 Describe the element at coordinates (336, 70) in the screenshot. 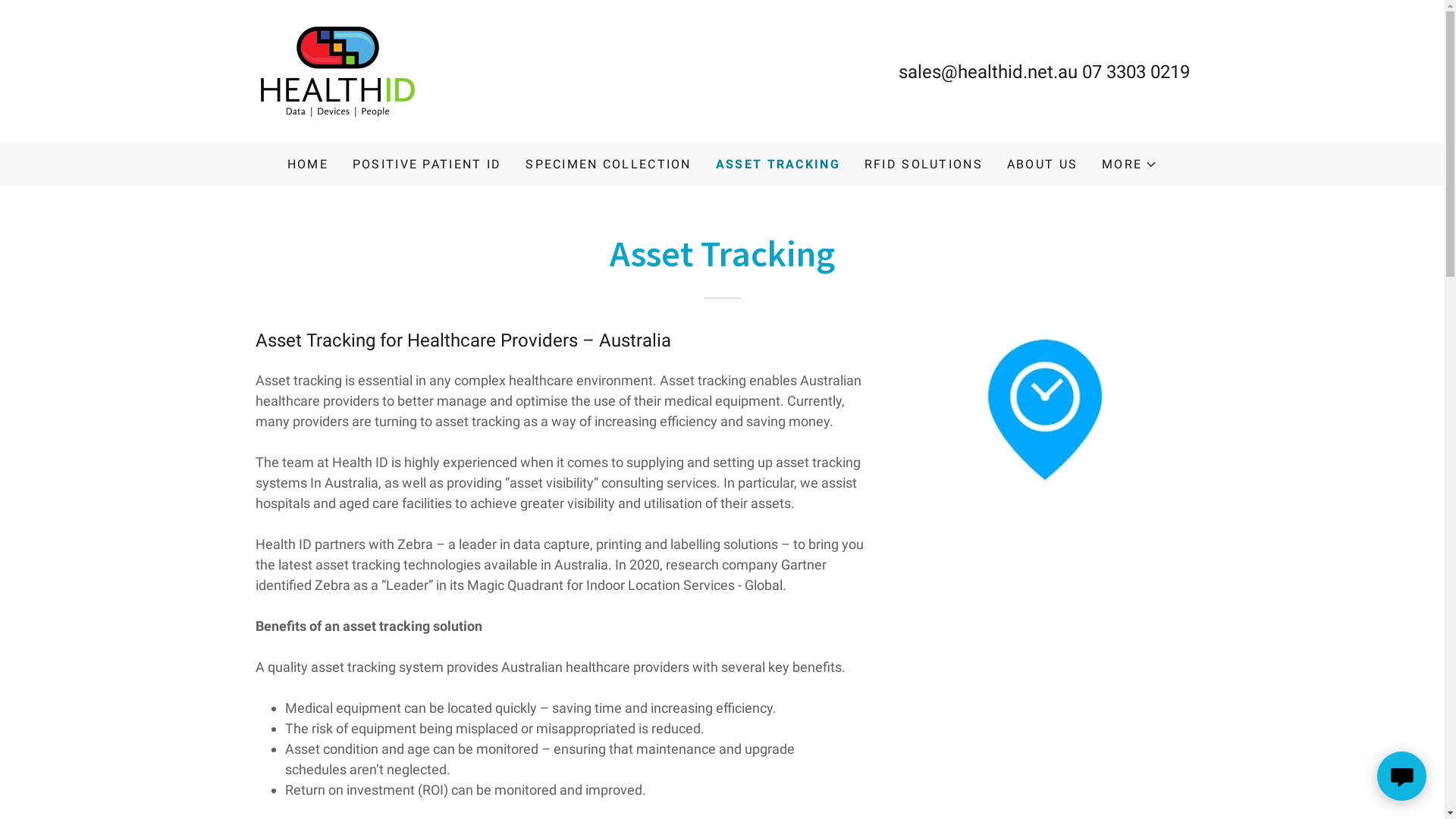

I see `'Health ID'` at that location.